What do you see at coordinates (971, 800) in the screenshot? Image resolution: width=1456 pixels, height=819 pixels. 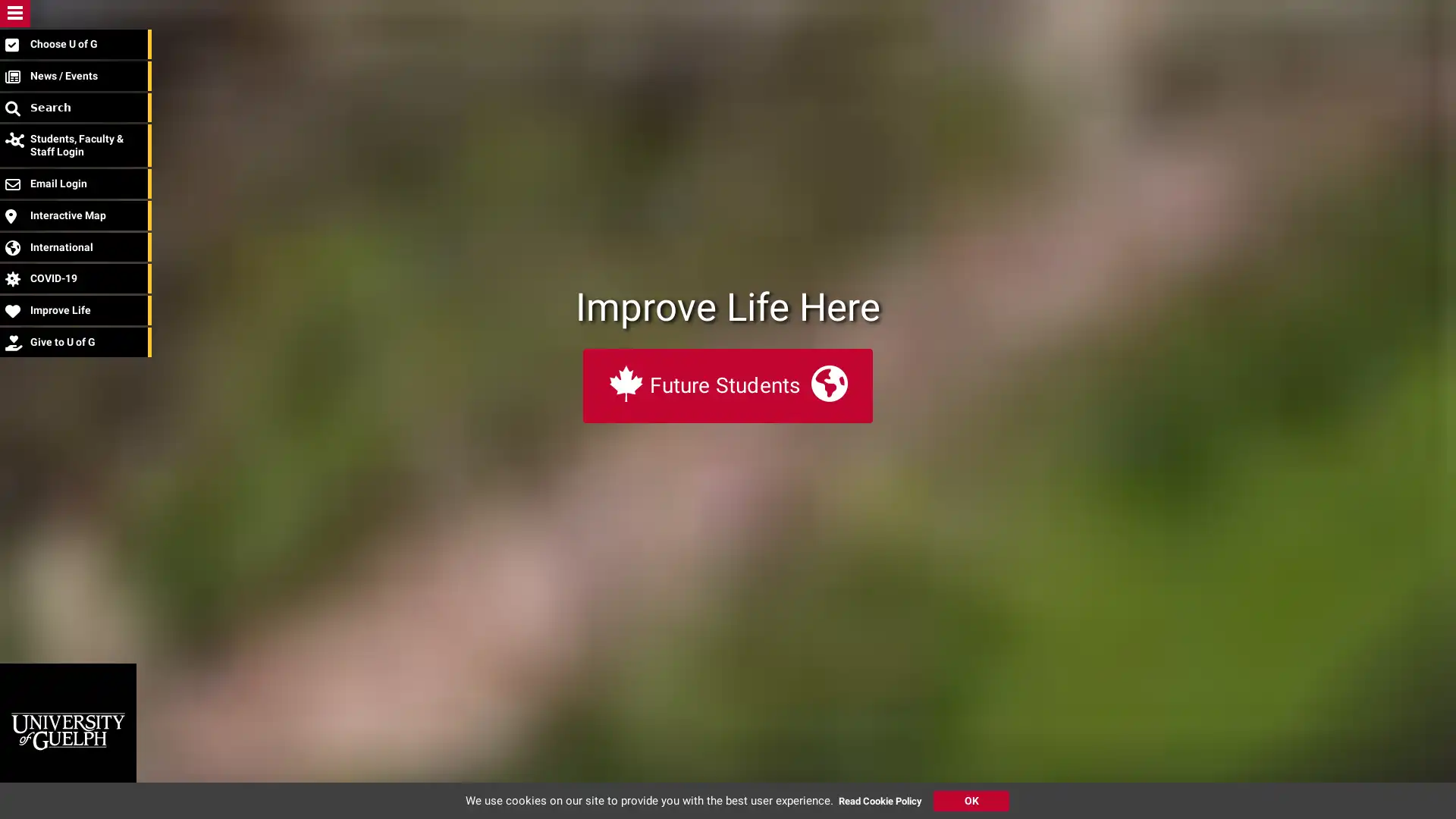 I see `Accept Cookie` at bounding box center [971, 800].